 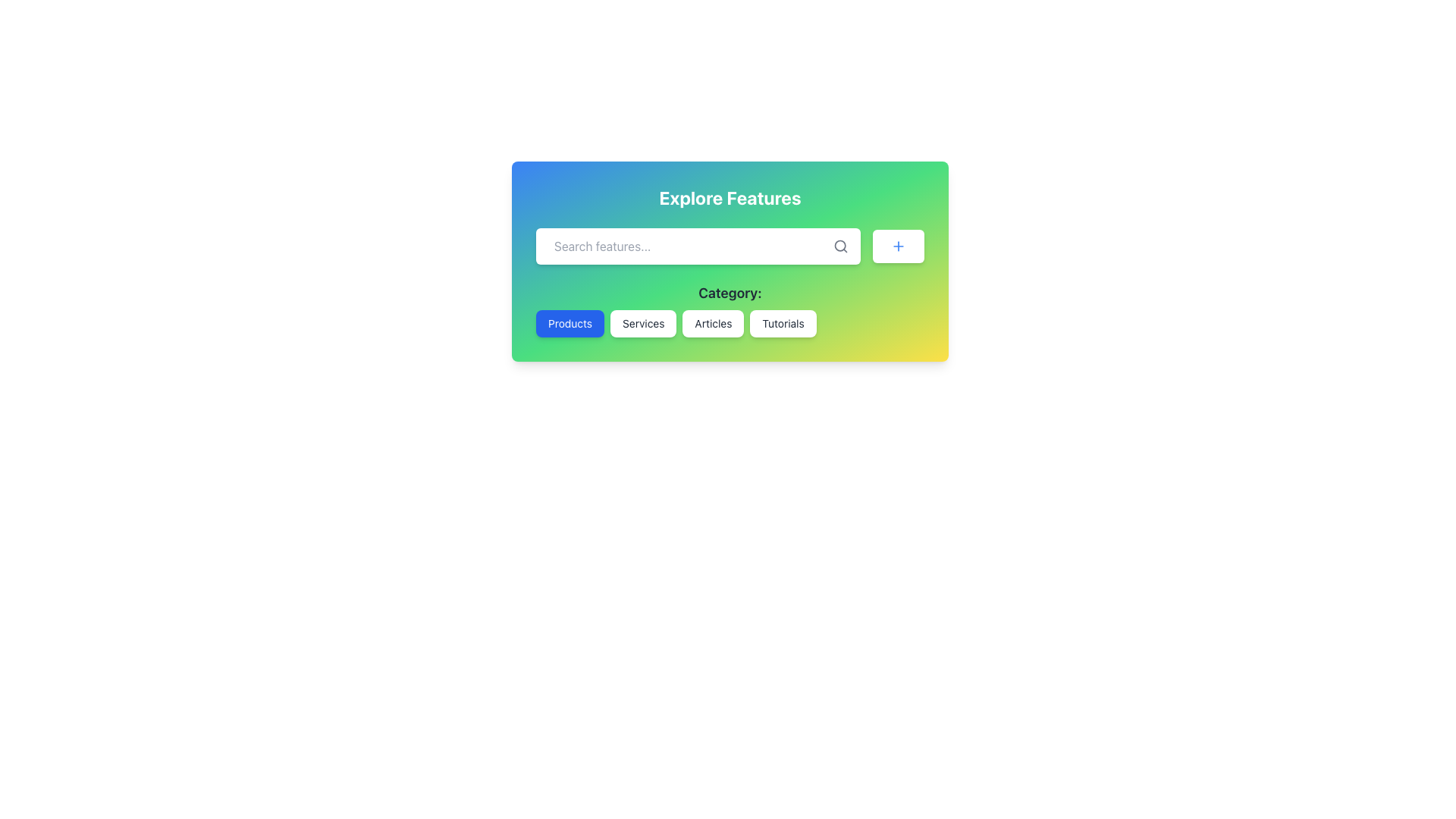 I want to click on the 'Articles' button, which is a rectangular button with a white background and black text, located under the 'Category' heading, positioned between the 'Services' and 'Tutorials' buttons, so click(x=712, y=323).